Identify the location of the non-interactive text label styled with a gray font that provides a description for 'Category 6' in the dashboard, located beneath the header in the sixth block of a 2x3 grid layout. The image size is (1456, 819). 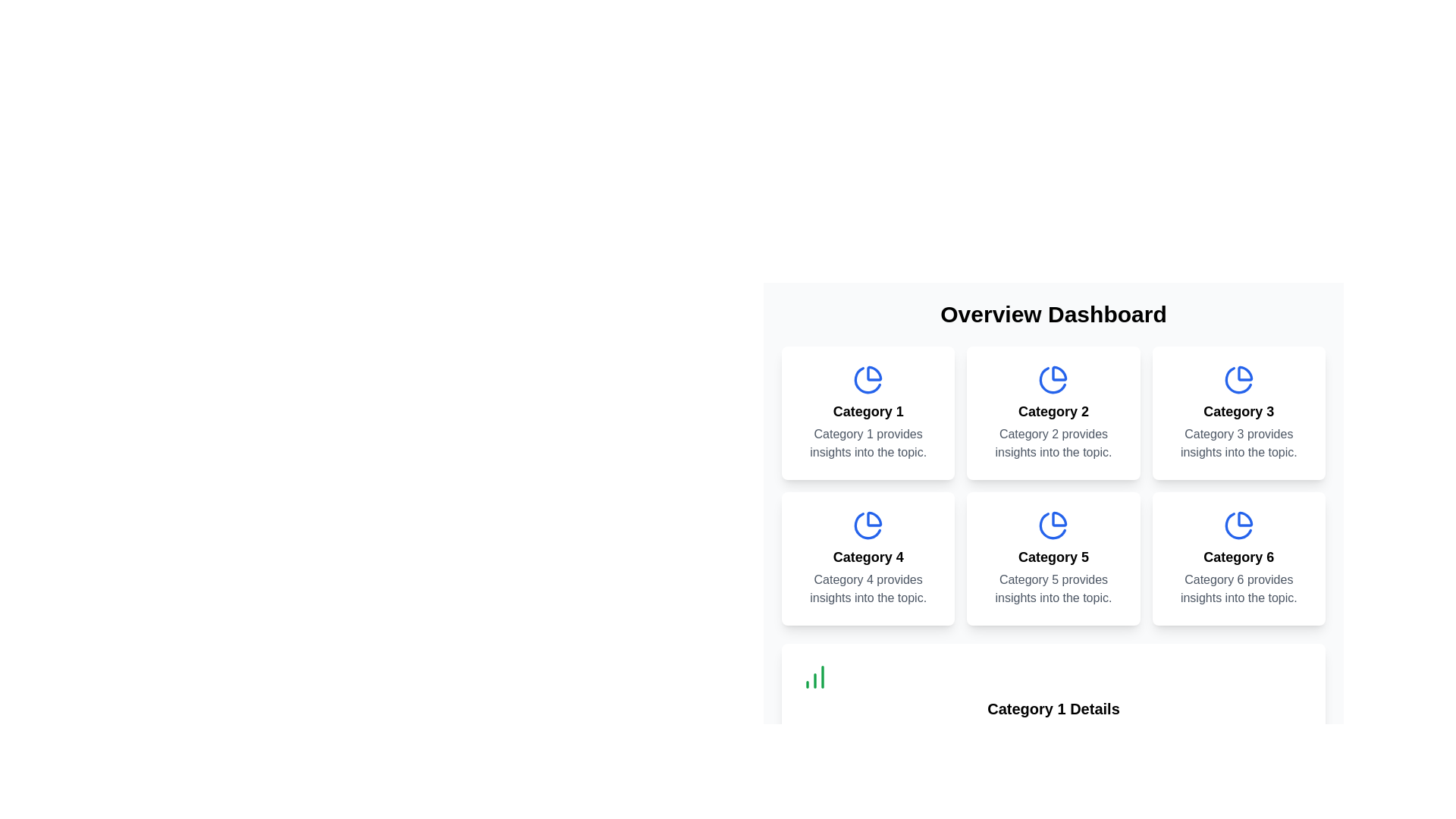
(1238, 588).